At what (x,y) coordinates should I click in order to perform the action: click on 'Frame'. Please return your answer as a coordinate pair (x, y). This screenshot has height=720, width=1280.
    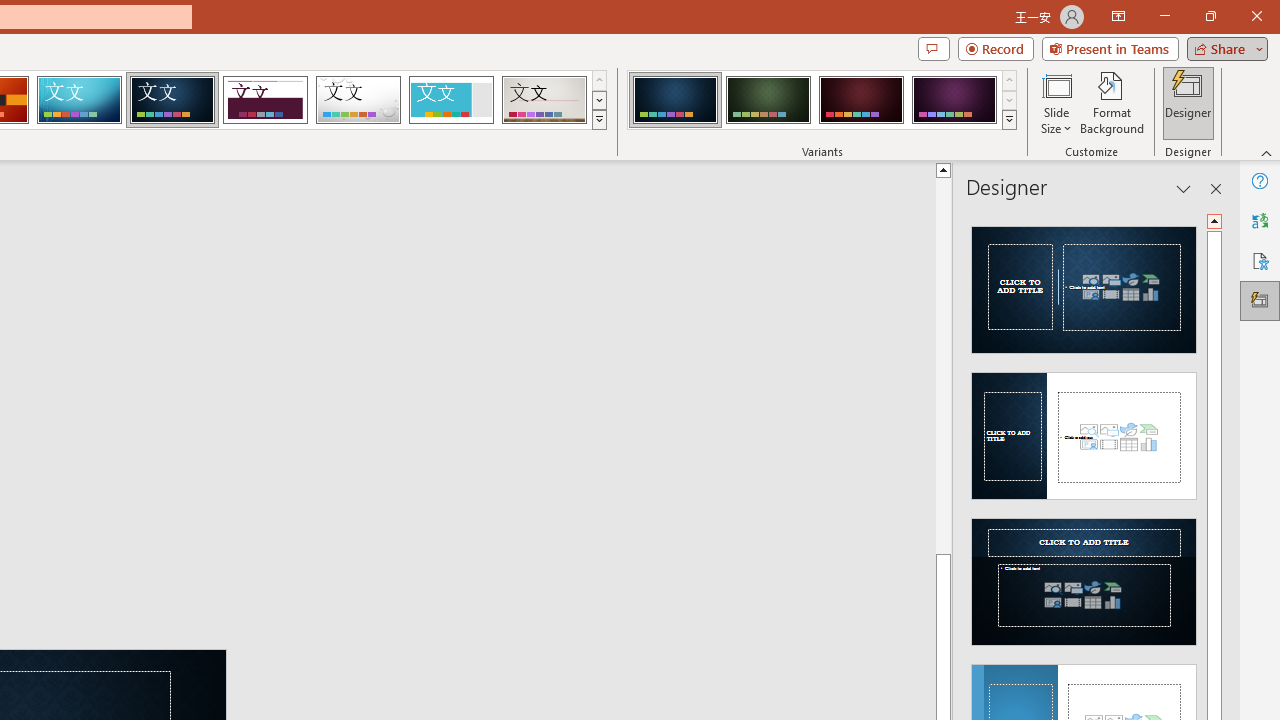
    Looking at the image, I should click on (450, 100).